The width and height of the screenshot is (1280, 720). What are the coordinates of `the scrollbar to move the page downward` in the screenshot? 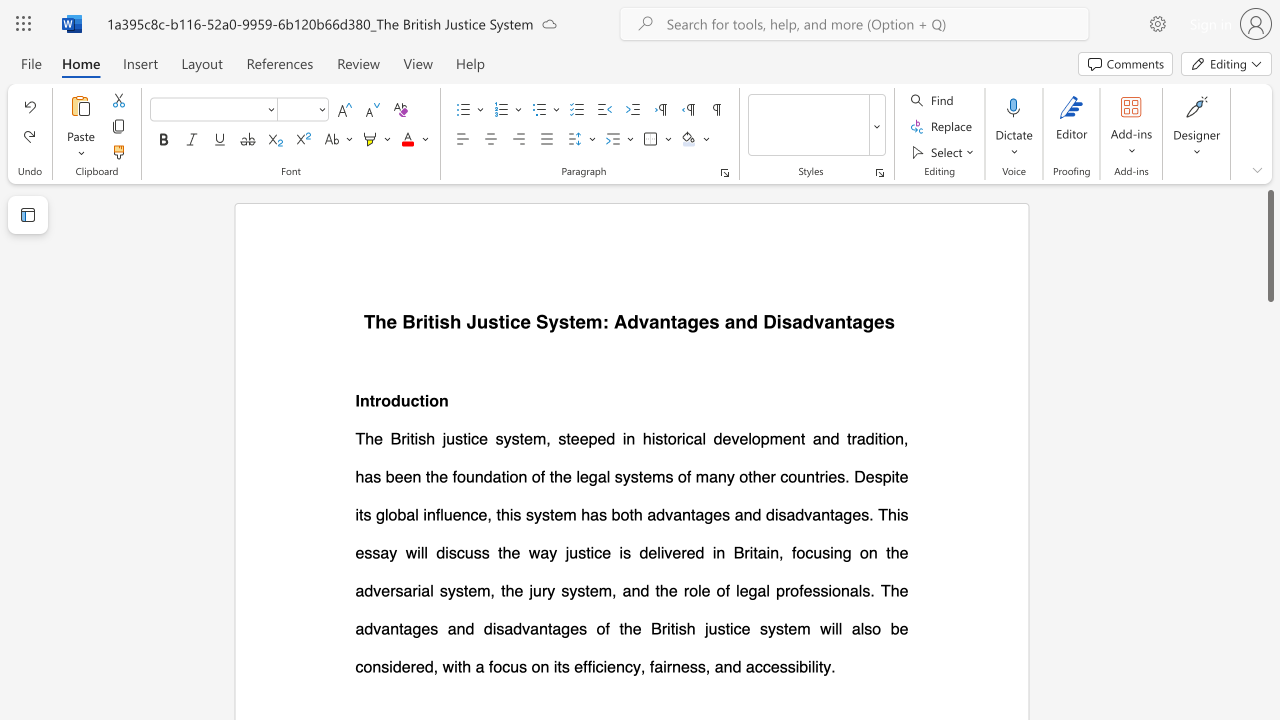 It's located at (1269, 438).